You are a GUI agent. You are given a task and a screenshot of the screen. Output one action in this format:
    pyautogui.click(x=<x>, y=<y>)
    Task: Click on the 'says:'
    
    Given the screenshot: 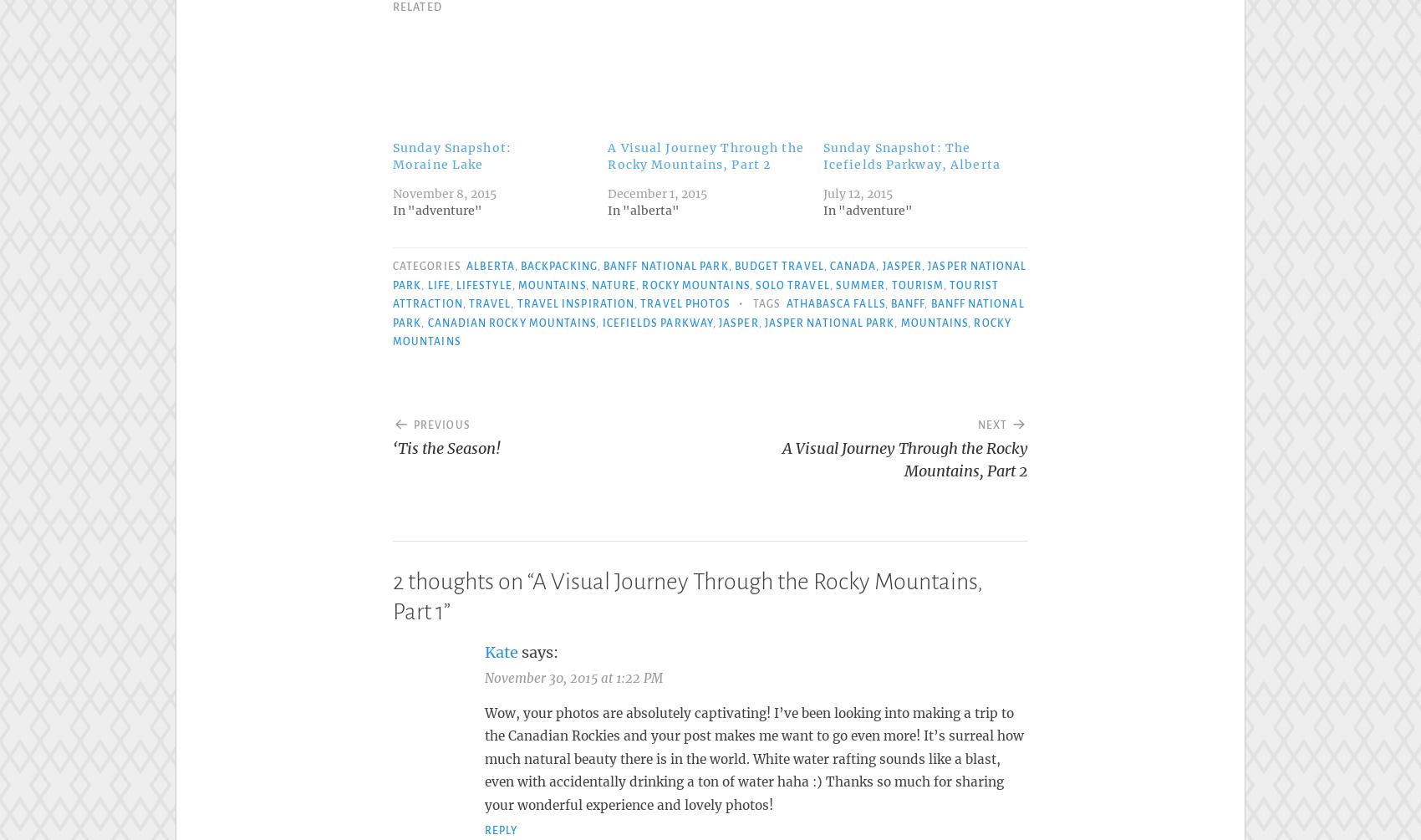 What is the action you would take?
    pyautogui.click(x=540, y=648)
    